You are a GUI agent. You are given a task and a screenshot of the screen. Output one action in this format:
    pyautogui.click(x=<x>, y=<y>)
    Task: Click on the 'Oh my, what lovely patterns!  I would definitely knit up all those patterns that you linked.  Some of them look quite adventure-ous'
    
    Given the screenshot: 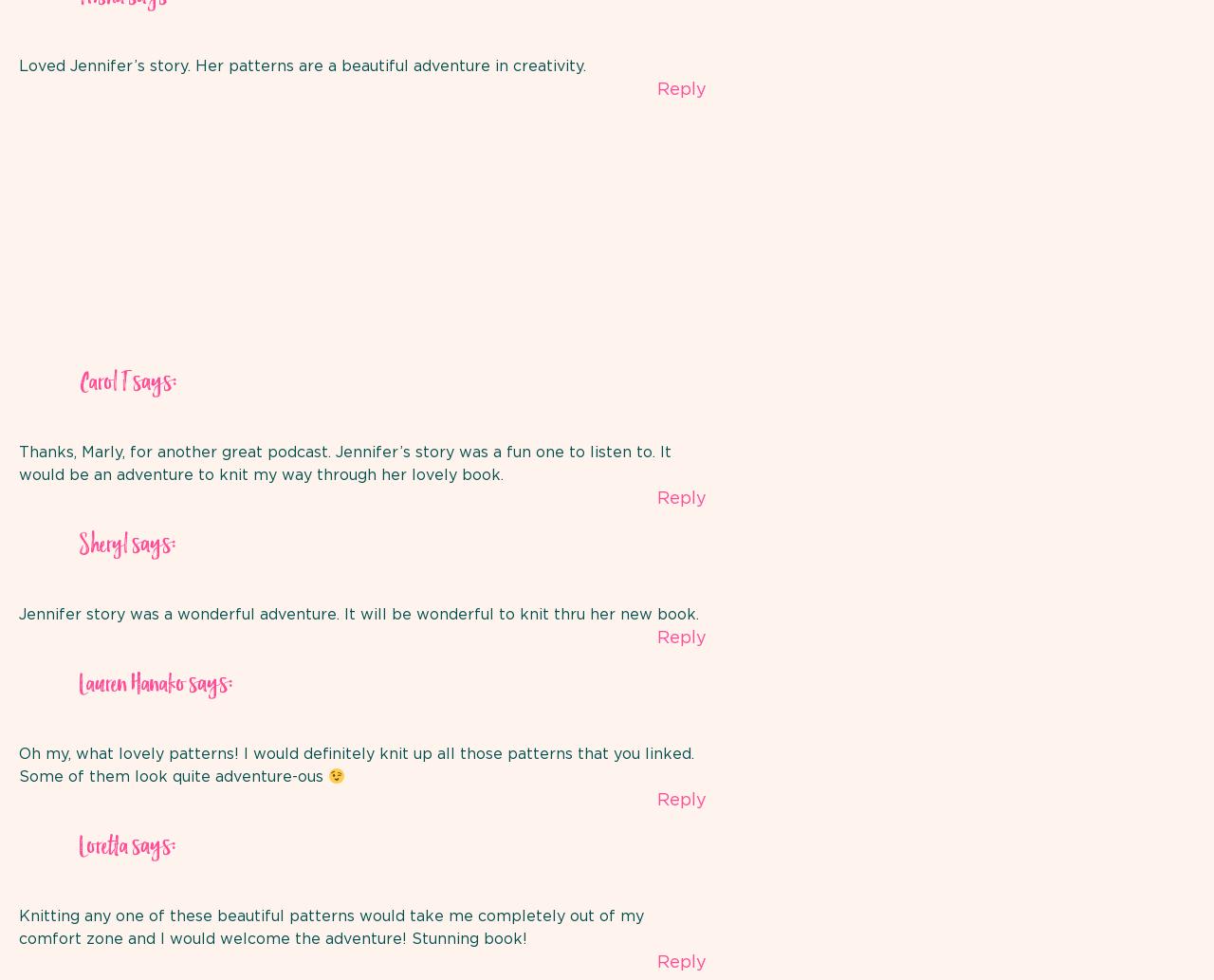 What is the action you would take?
    pyautogui.click(x=357, y=765)
    